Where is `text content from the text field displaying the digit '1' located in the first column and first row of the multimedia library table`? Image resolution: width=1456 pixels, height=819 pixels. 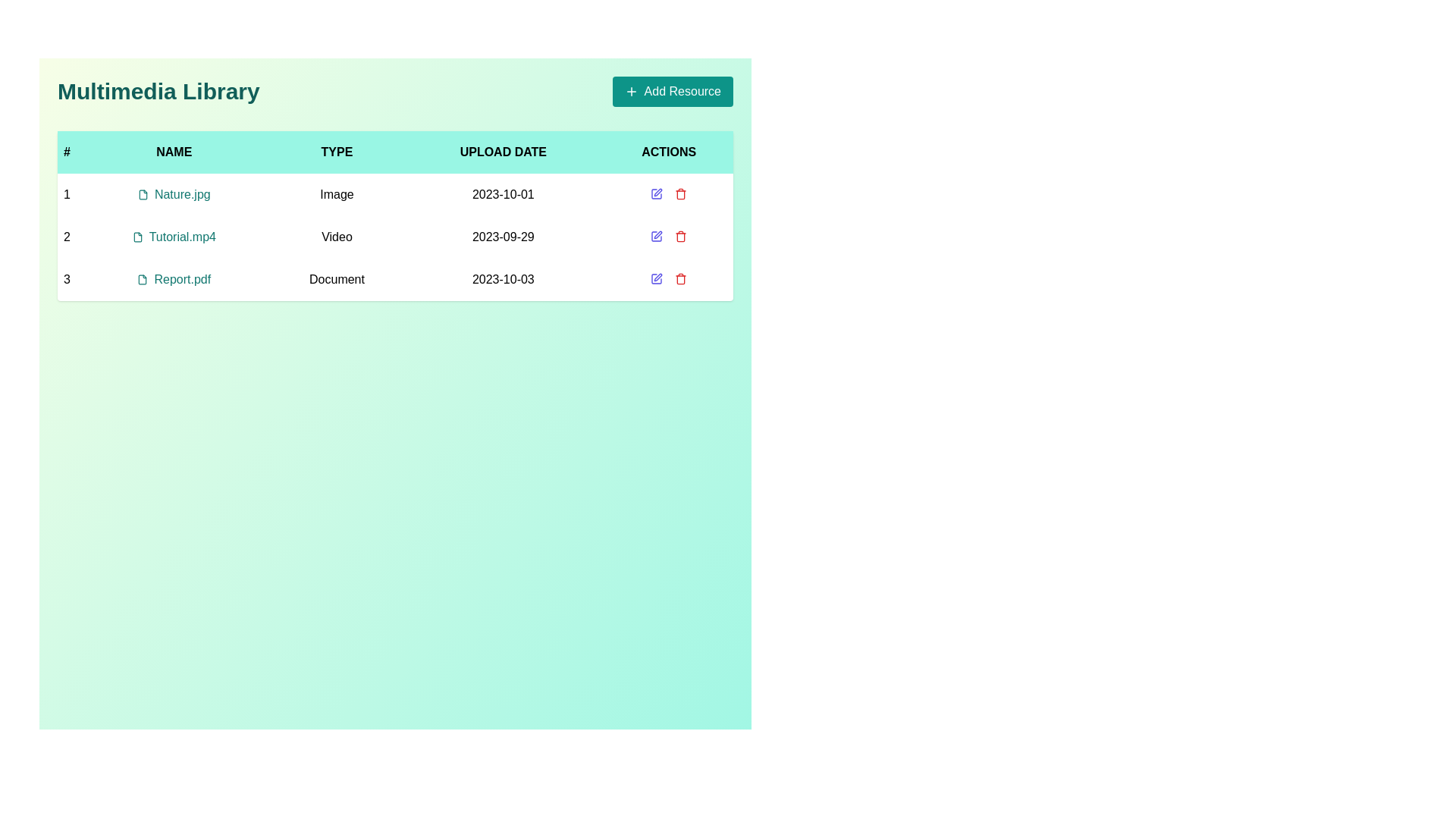 text content from the text field displaying the digit '1' located in the first column and first row of the multimedia library table is located at coordinates (66, 194).